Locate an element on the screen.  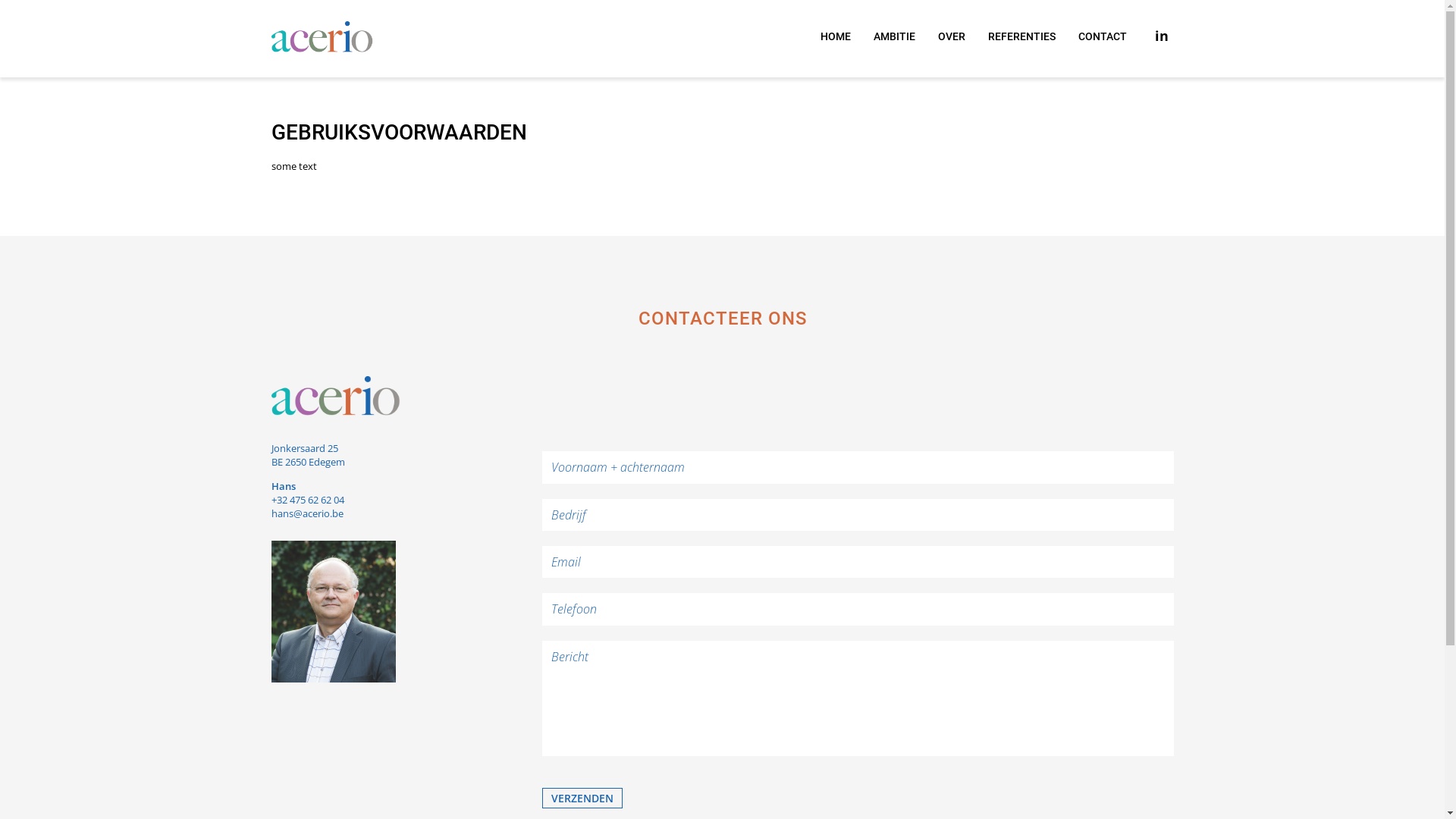
'AMBITIE' is located at coordinates (894, 36).